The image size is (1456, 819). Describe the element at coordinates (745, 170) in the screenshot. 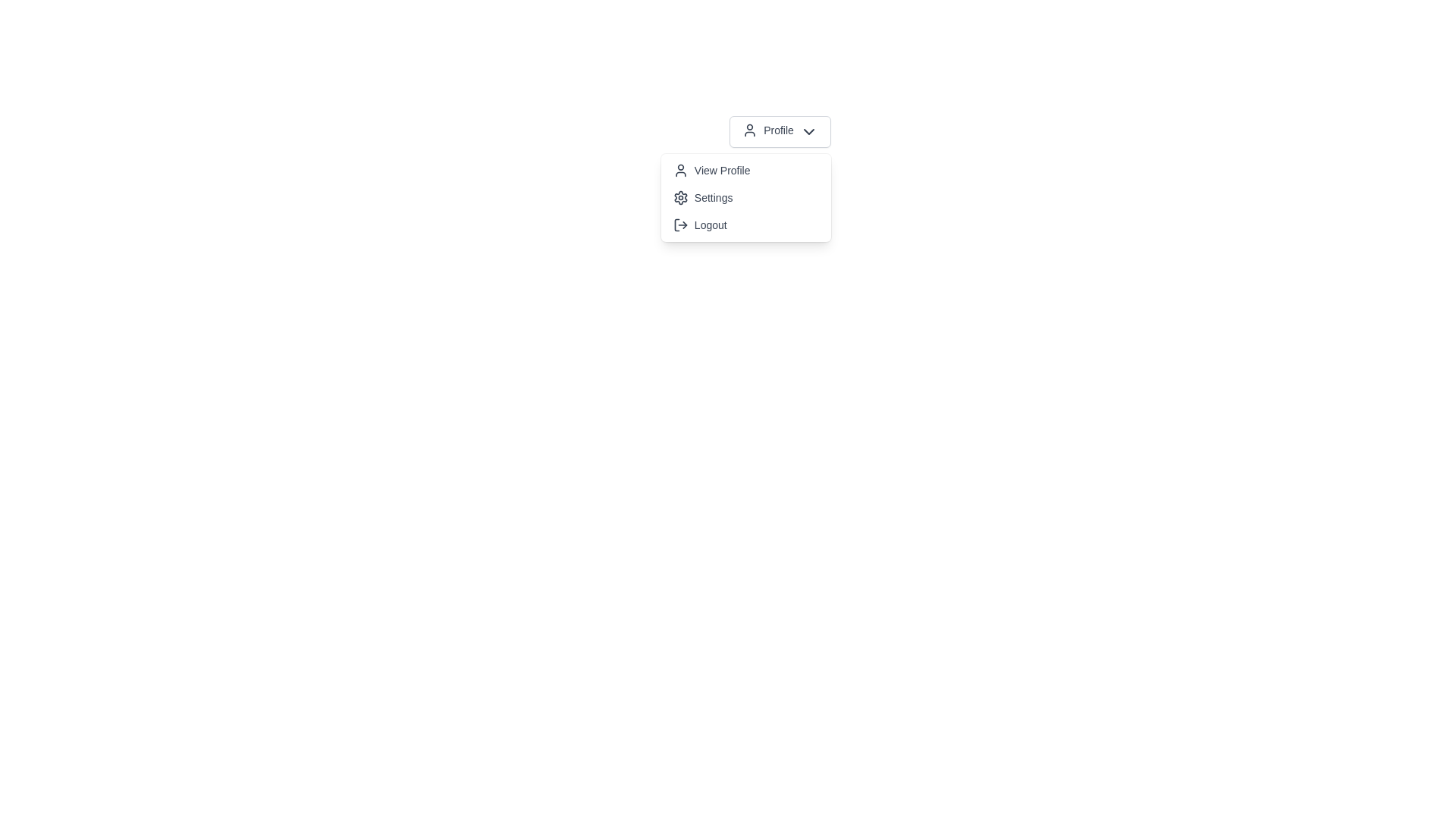

I see `the profile navigation button located at the top of the dropdown menu` at that location.